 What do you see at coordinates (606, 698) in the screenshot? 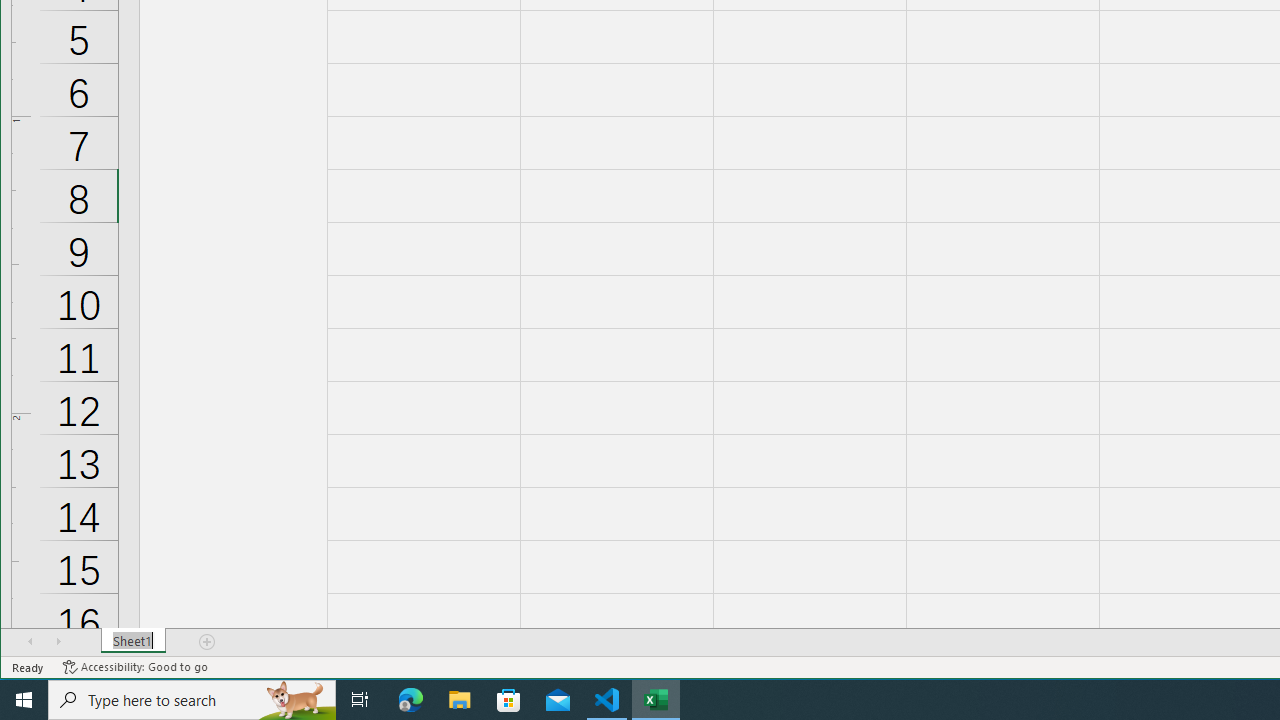
I see `'Visual Studio Code - 1 running window'` at bounding box center [606, 698].